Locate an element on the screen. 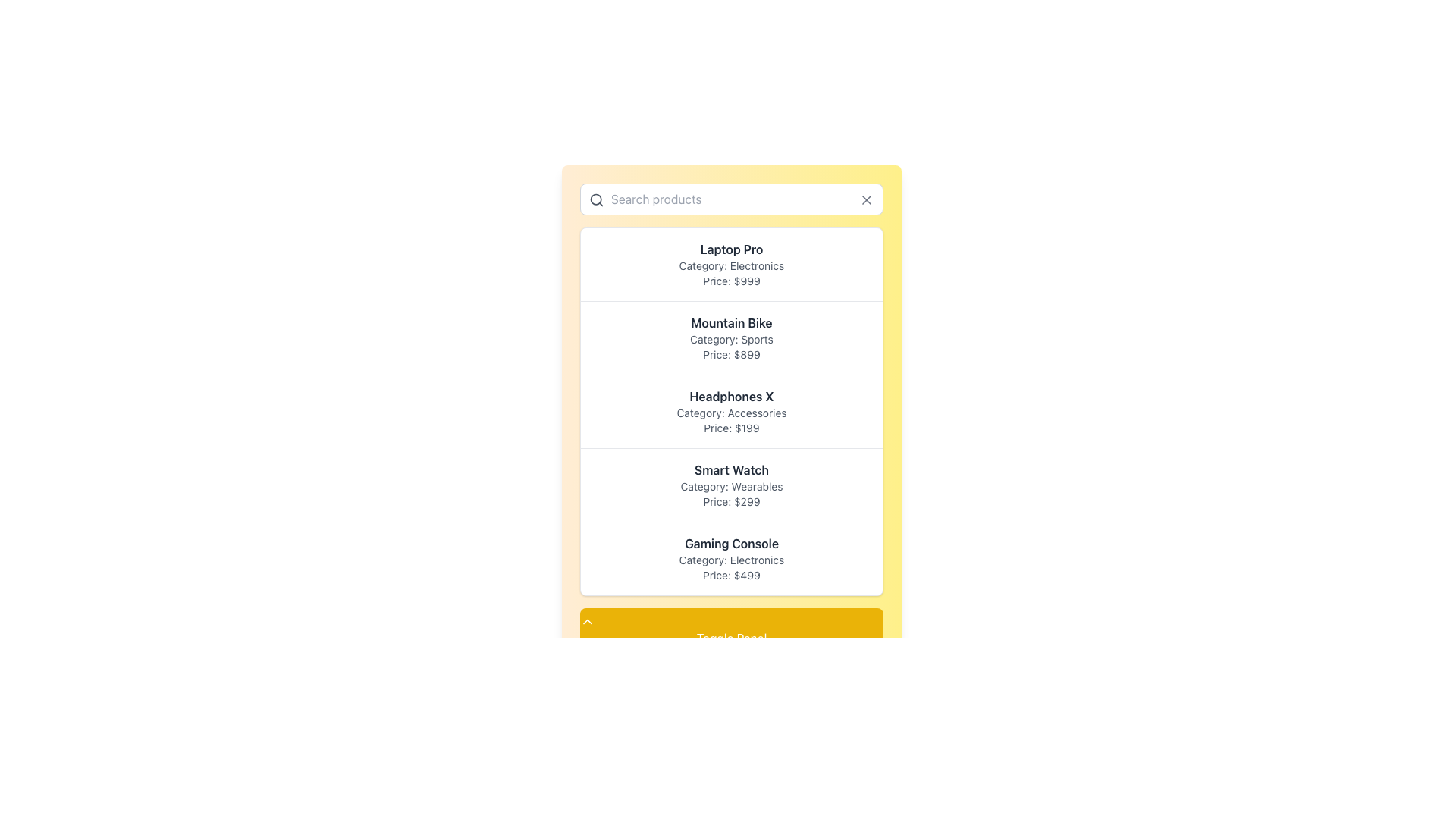 This screenshot has height=819, width=1456. the static text label displaying the category information for 'Headphones X', located between the title and price in the product list is located at coordinates (731, 413).